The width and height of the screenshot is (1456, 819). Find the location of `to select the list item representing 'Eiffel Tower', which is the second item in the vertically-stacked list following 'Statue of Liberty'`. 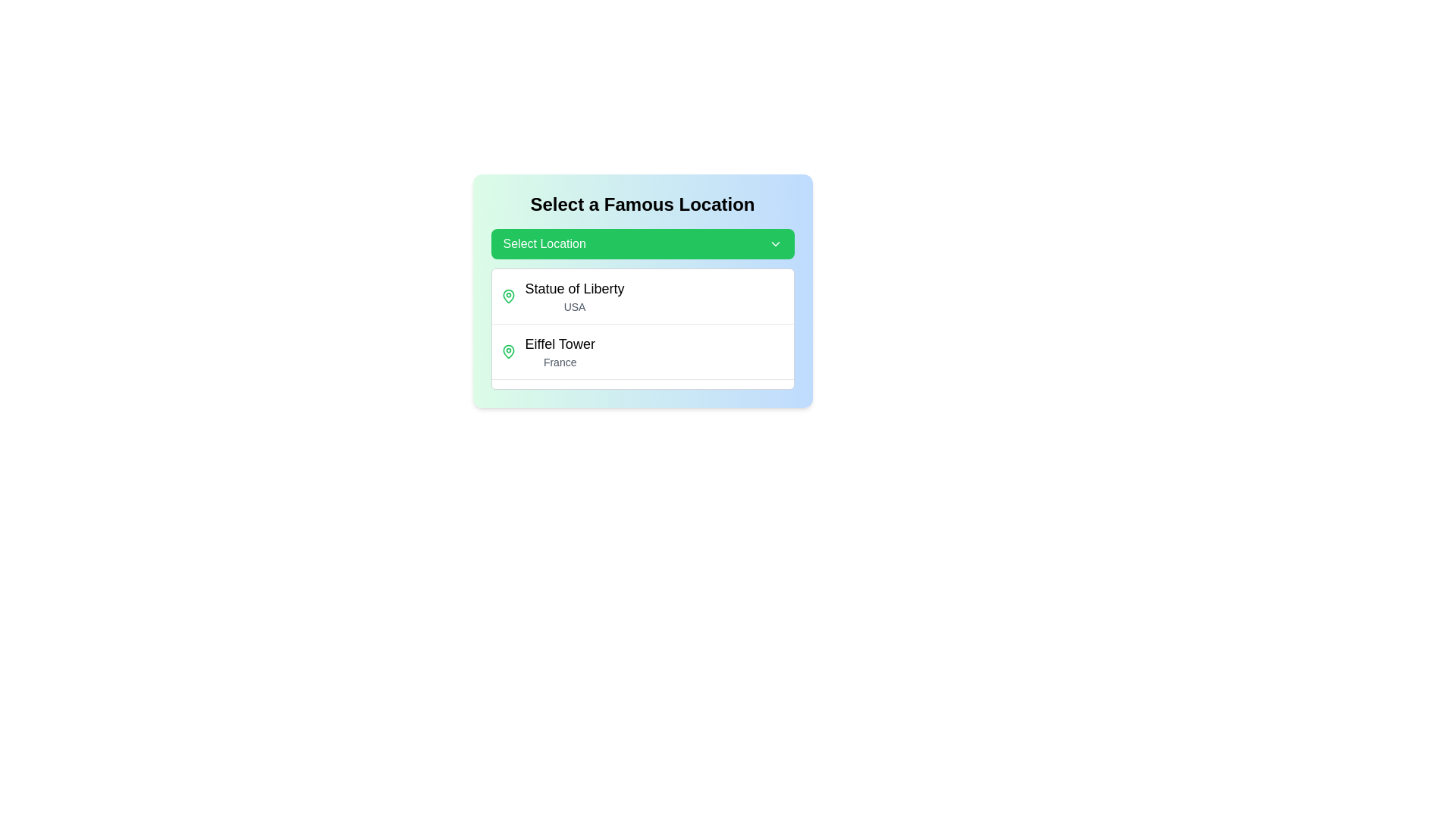

to select the list item representing 'Eiffel Tower', which is the second item in the vertically-stacked list following 'Statue of Liberty' is located at coordinates (547, 351).